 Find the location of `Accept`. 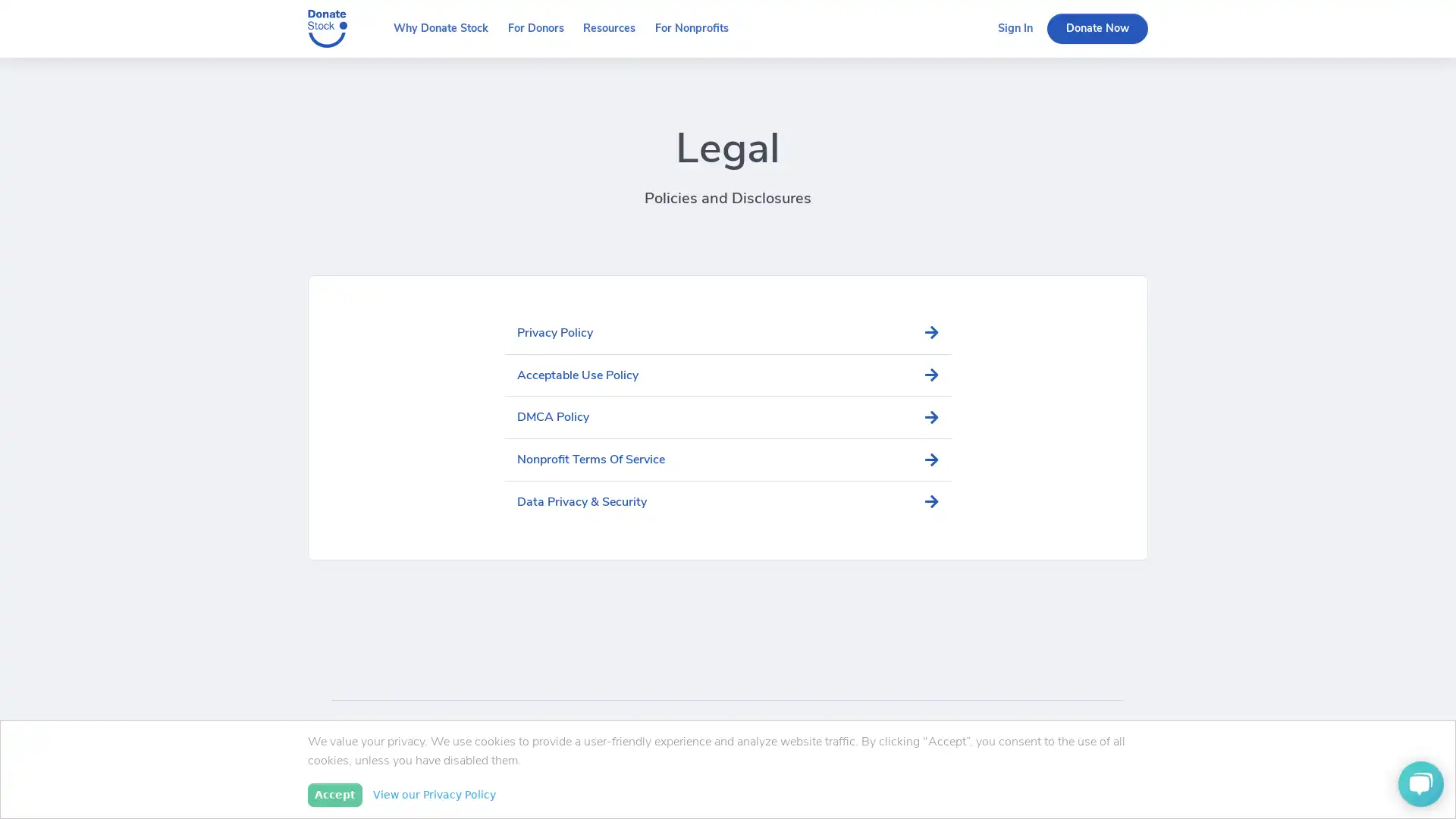

Accept is located at coordinates (334, 794).